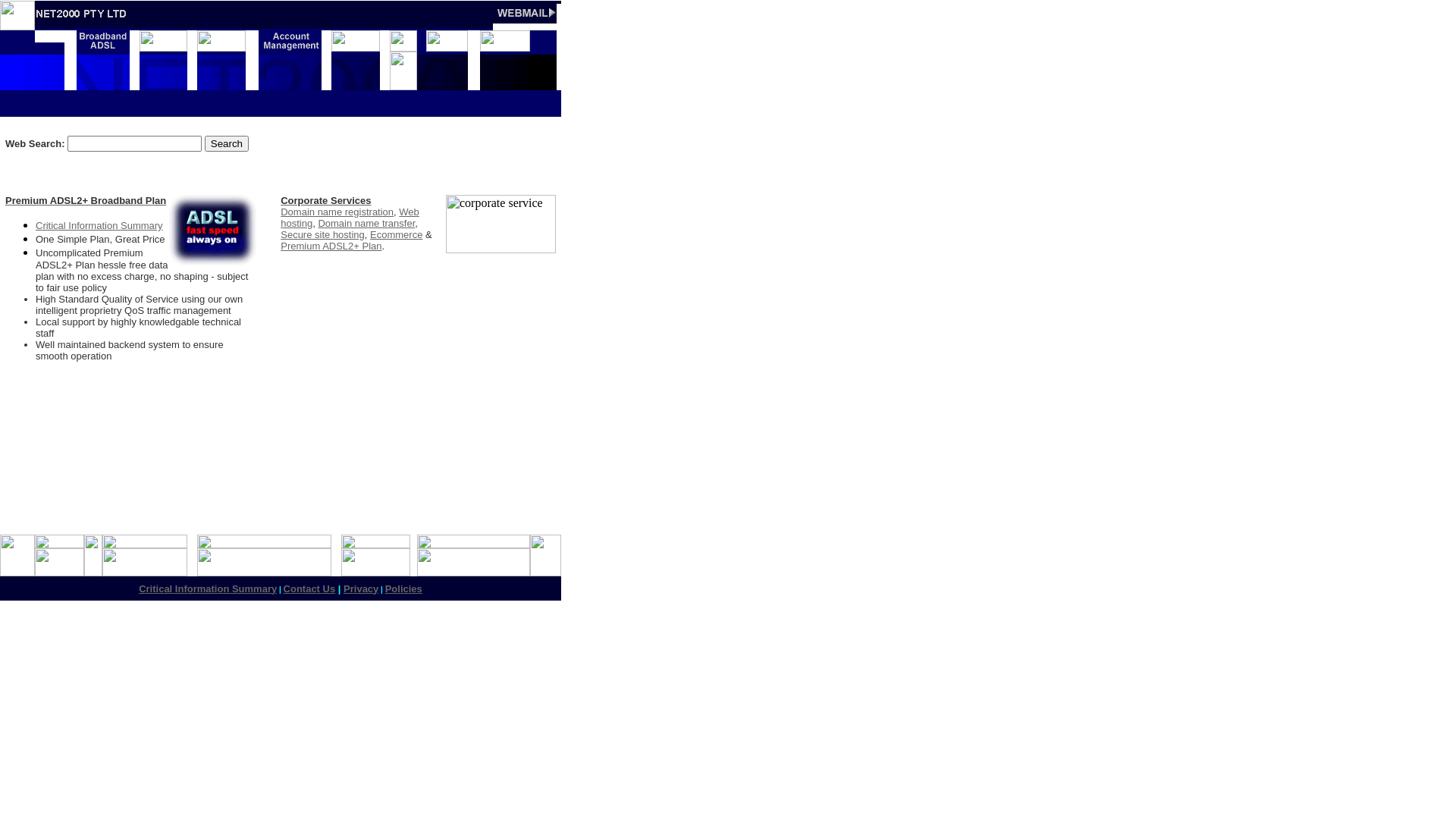 The width and height of the screenshot is (1456, 819). What do you see at coordinates (349, 217) in the screenshot?
I see `'Web hosting'` at bounding box center [349, 217].